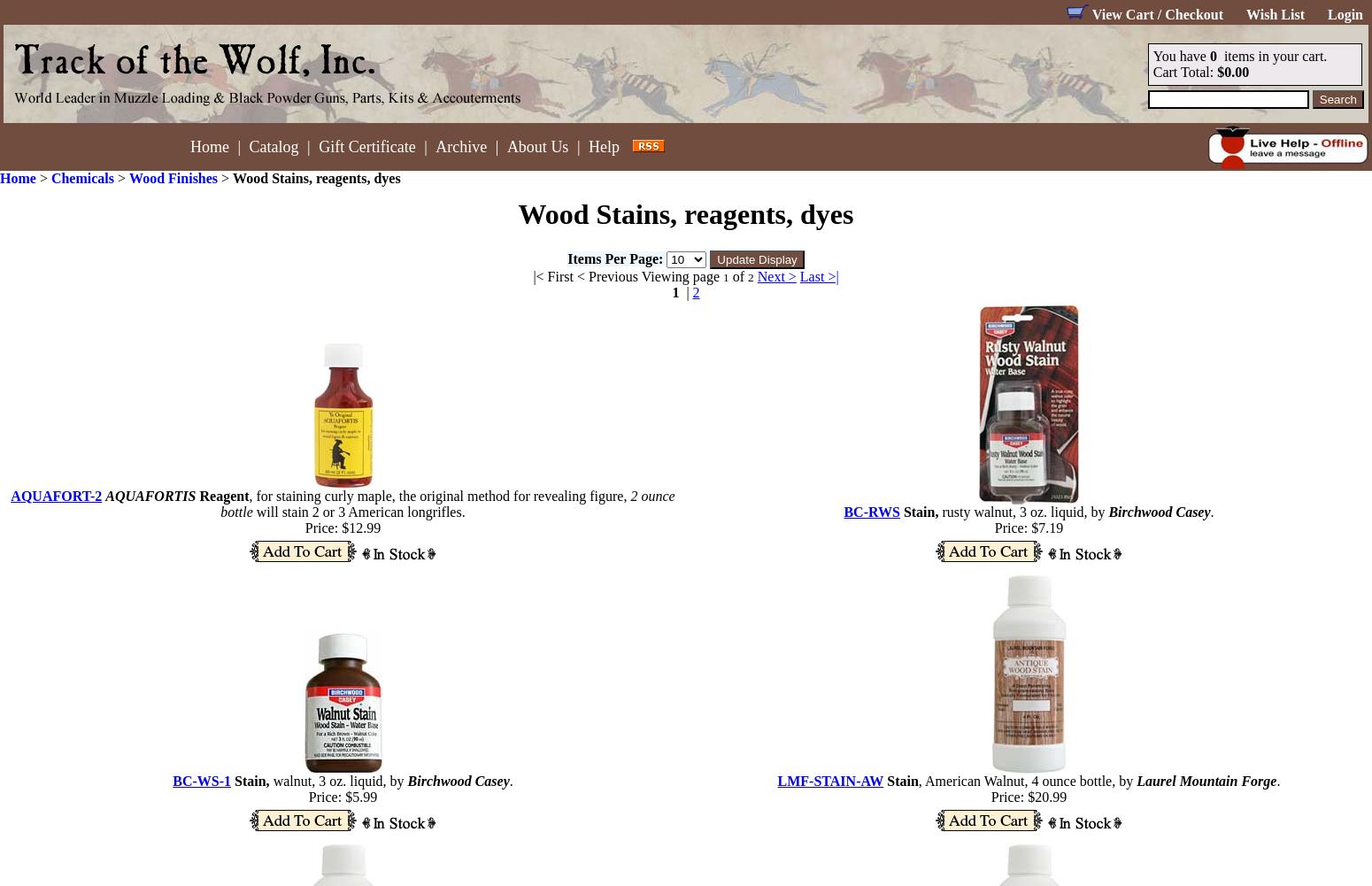 This screenshot has width=1372, height=886. Describe the element at coordinates (1345, 14) in the screenshot. I see `'Login'` at that location.